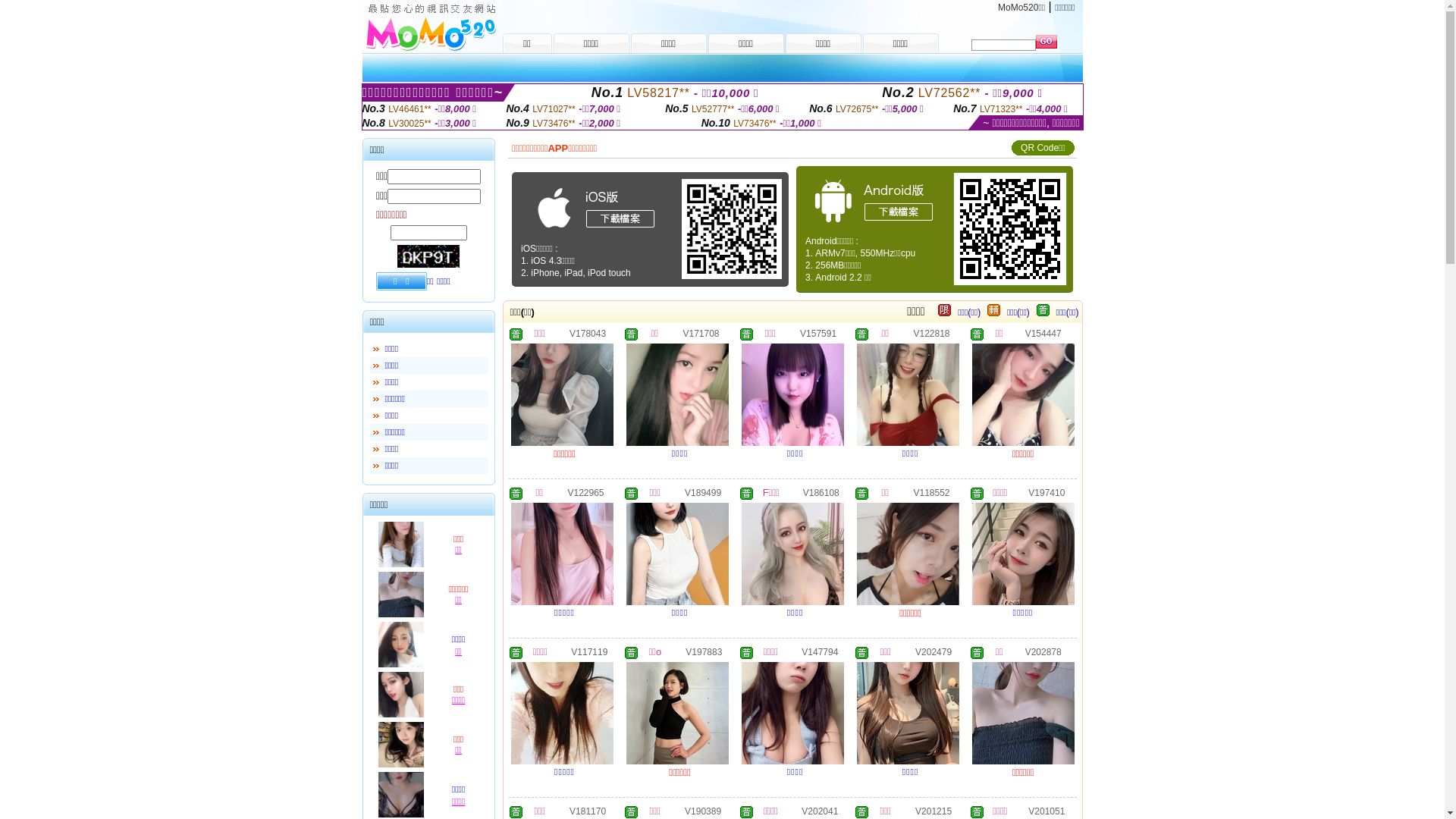  What do you see at coordinates (818, 809) in the screenshot?
I see `'V202041'` at bounding box center [818, 809].